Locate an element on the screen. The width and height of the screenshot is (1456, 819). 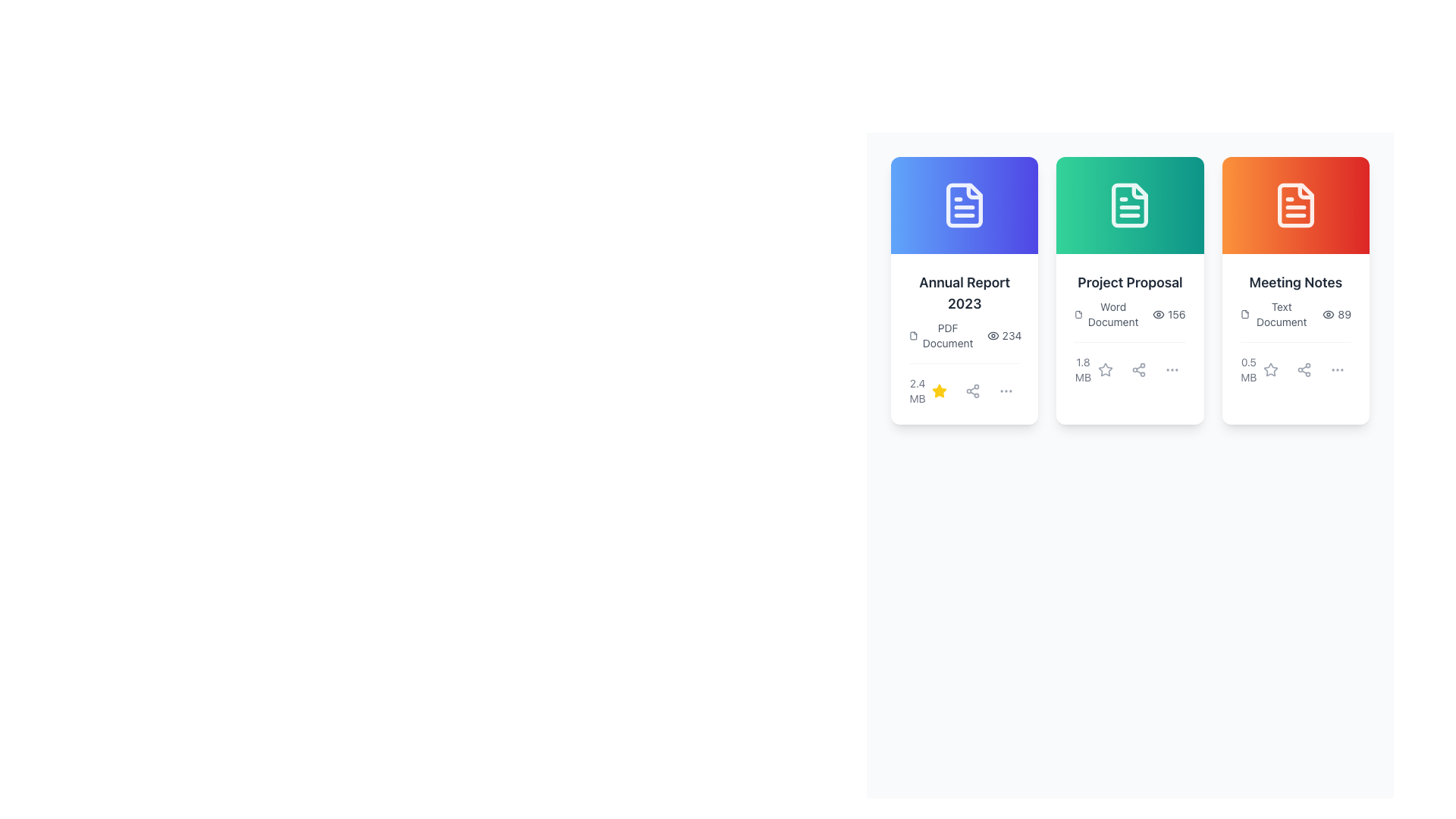
the small decorative SVG component that represents a folded corner of the document within the 'Project Proposal' icon, located at the top-right corner of the icon in the second card with a green background is located at coordinates (1140, 190).